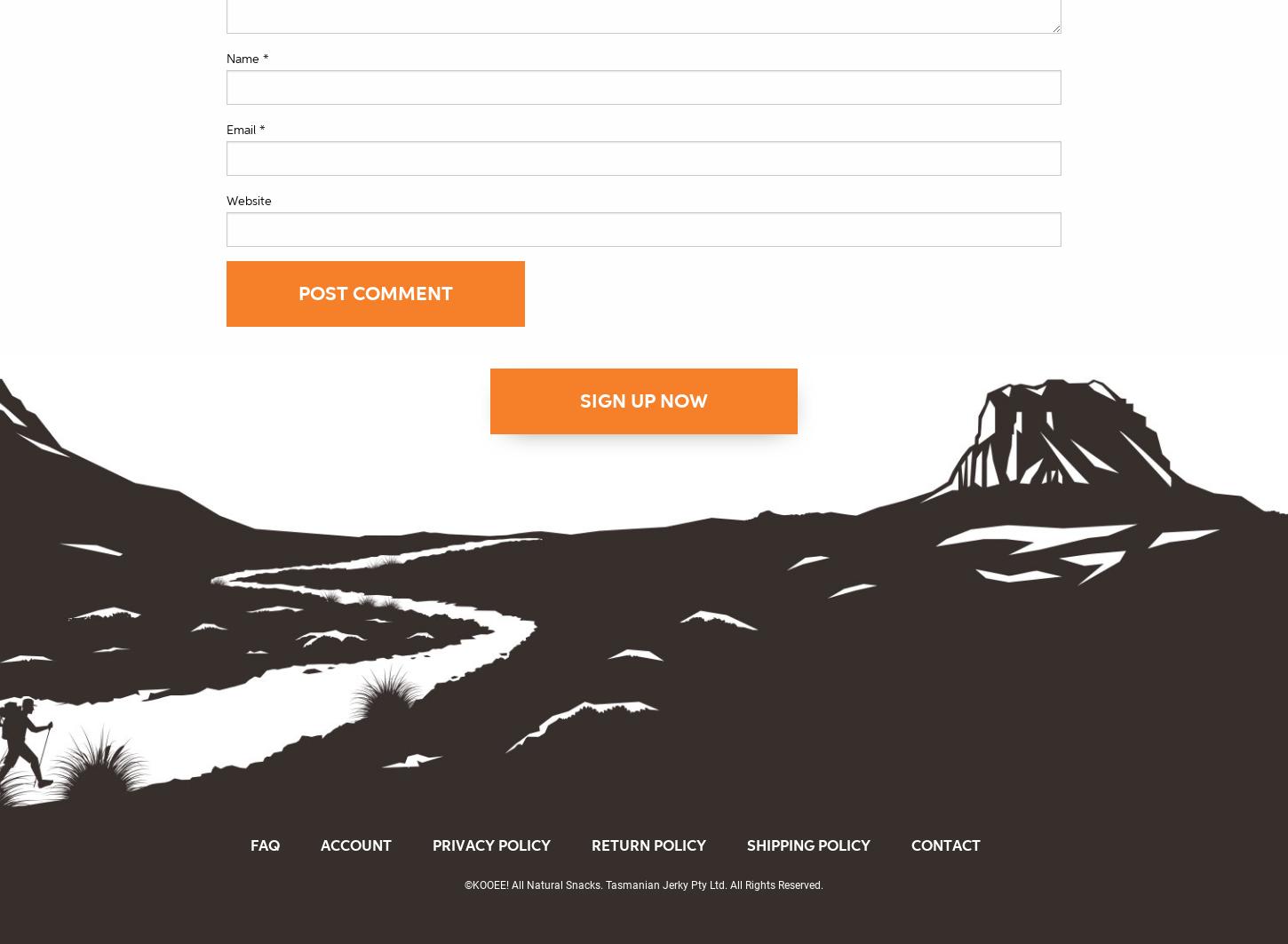 The image size is (1288, 944). I want to click on 'Email', so click(242, 128).